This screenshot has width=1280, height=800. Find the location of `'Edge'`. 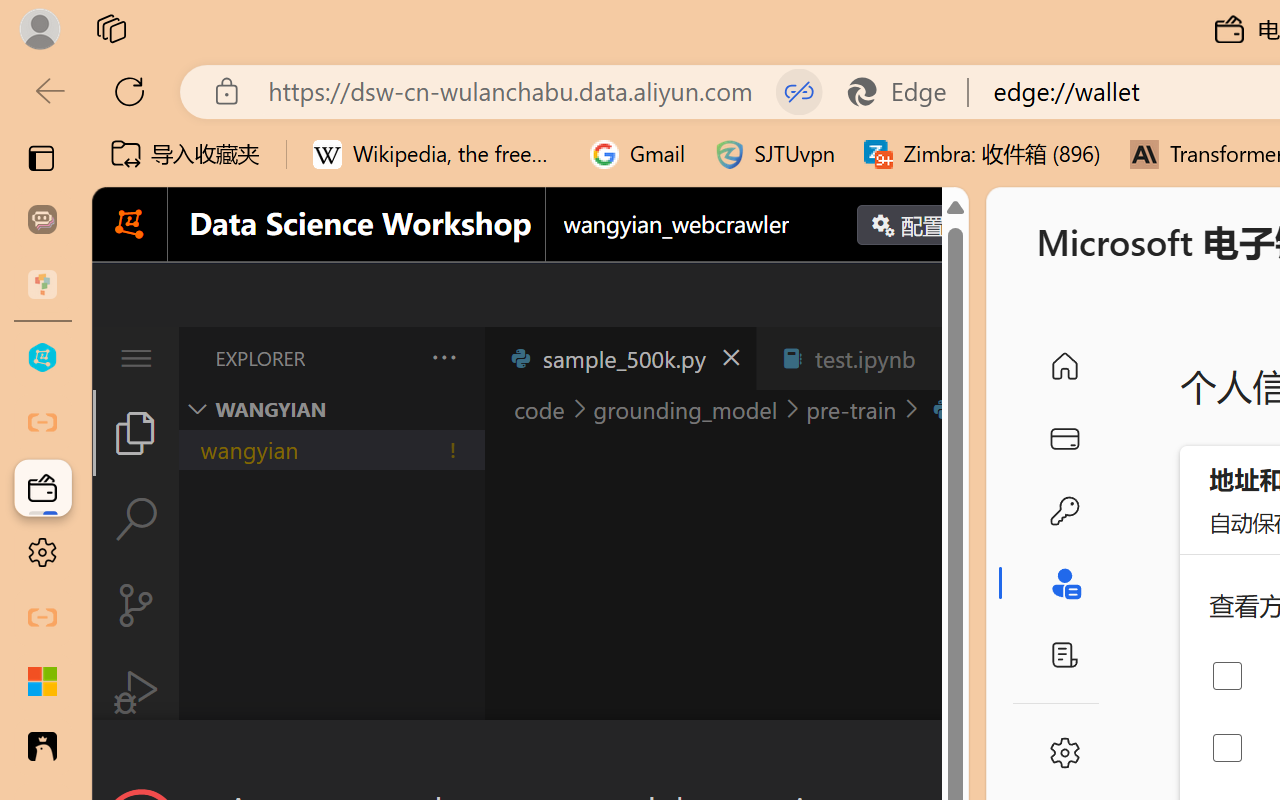

'Edge' is located at coordinates (905, 91).